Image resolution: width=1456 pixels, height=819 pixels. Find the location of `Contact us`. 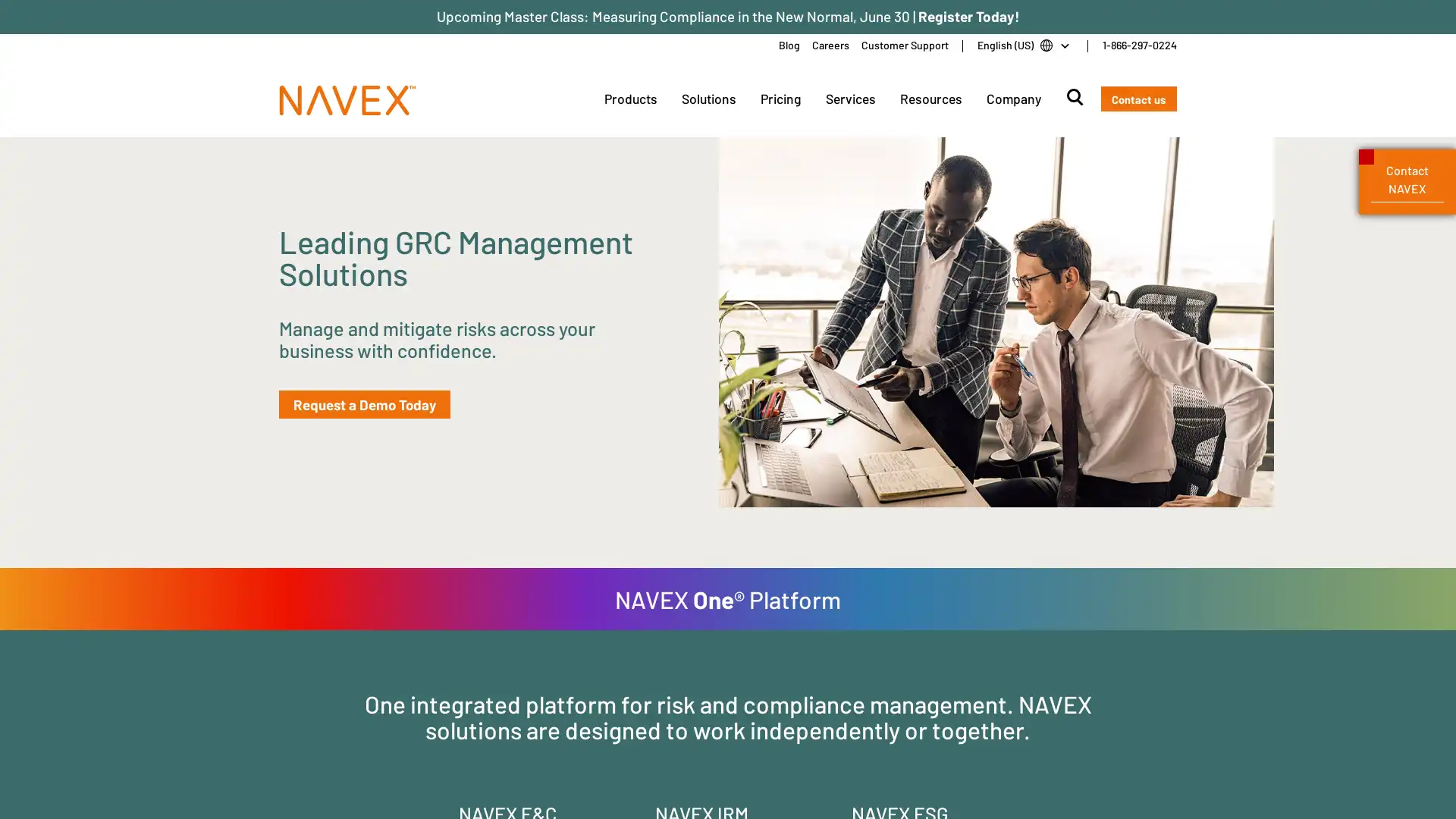

Contact us is located at coordinates (1138, 99).